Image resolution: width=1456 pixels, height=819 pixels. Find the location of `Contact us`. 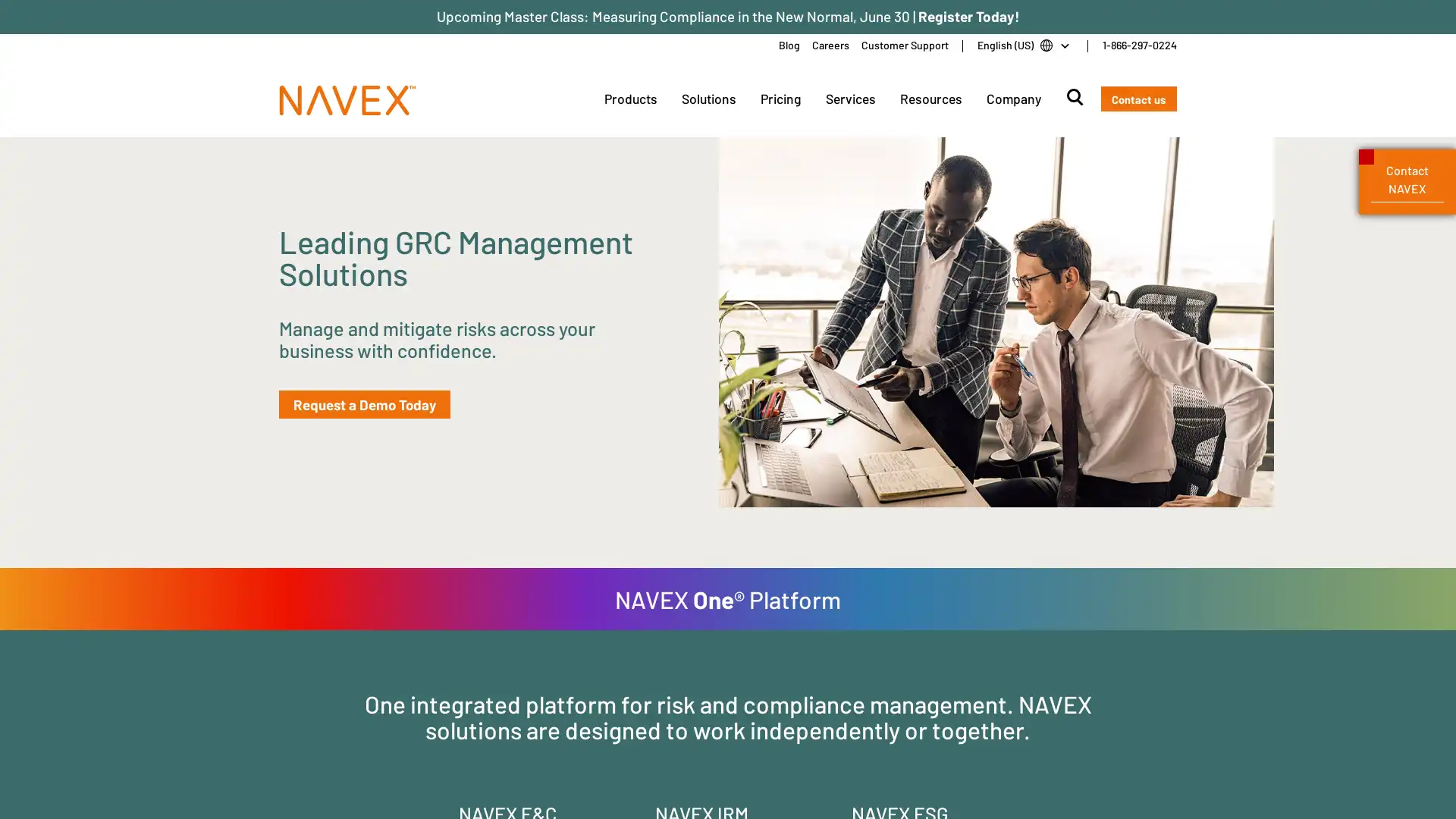

Contact us is located at coordinates (1138, 99).